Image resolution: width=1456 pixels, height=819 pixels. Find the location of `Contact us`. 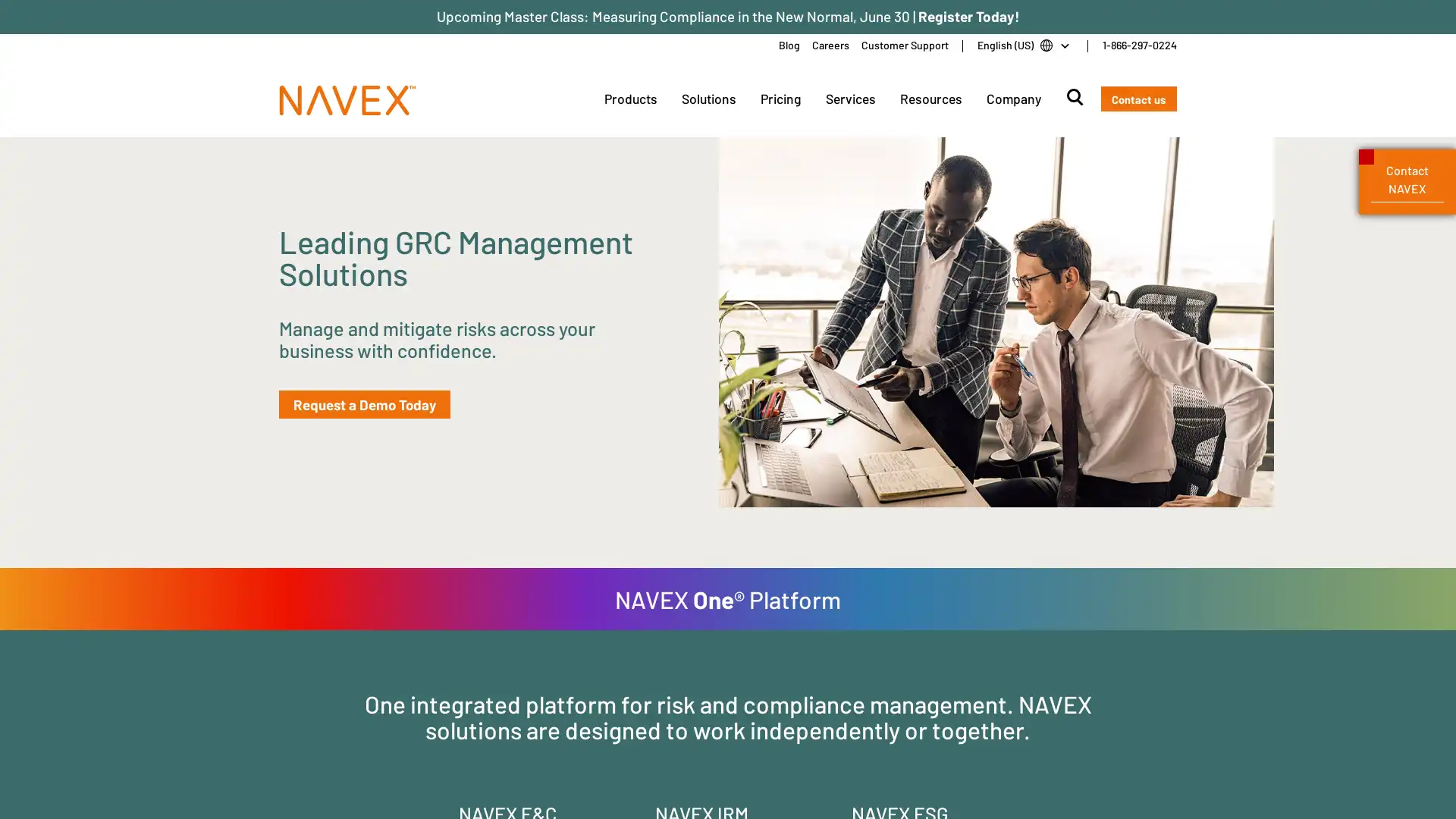

Contact us is located at coordinates (1138, 99).